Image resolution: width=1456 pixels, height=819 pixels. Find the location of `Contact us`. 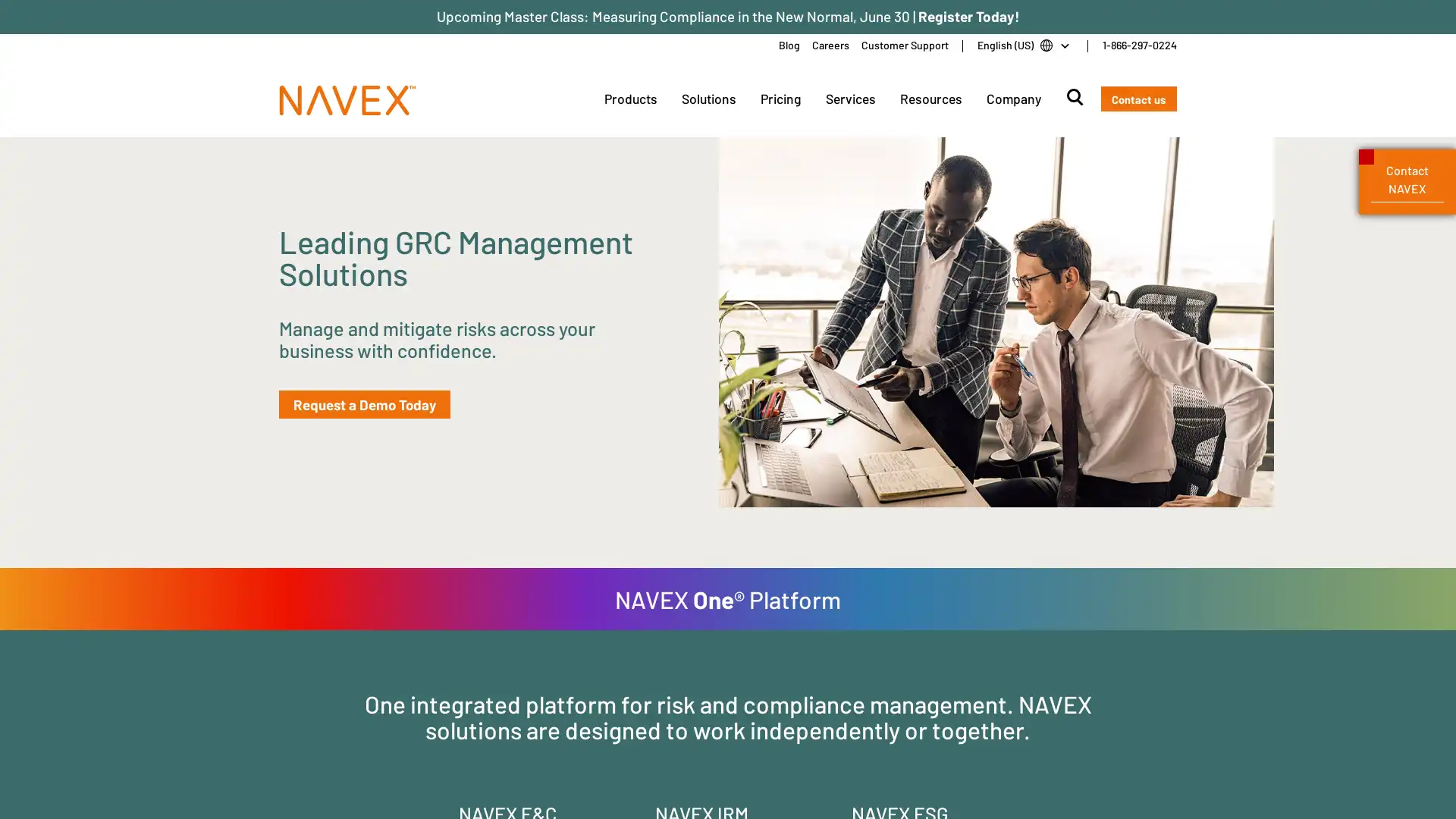

Contact us is located at coordinates (1138, 99).